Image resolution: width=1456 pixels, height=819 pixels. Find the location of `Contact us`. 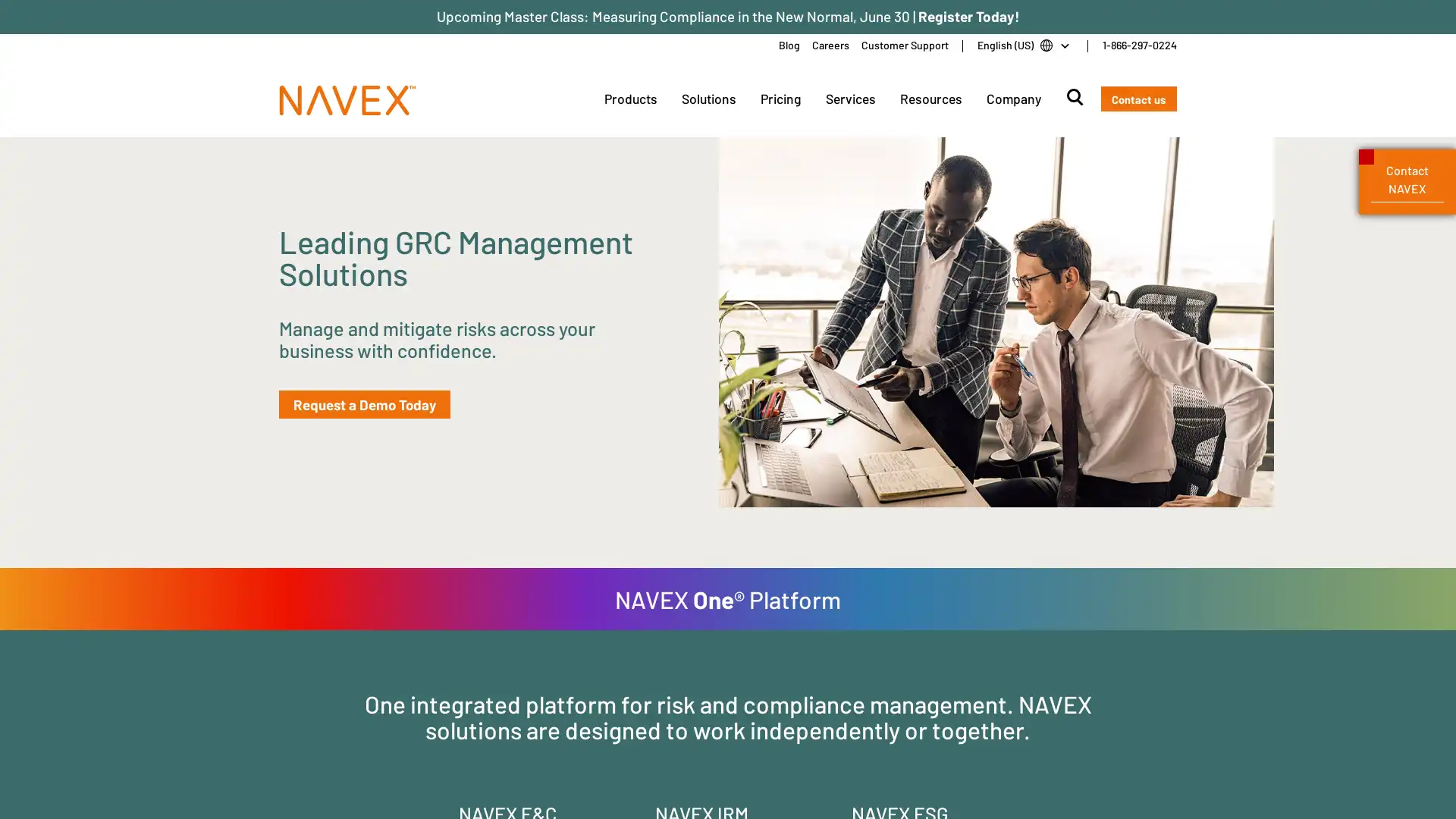

Contact us is located at coordinates (1138, 99).